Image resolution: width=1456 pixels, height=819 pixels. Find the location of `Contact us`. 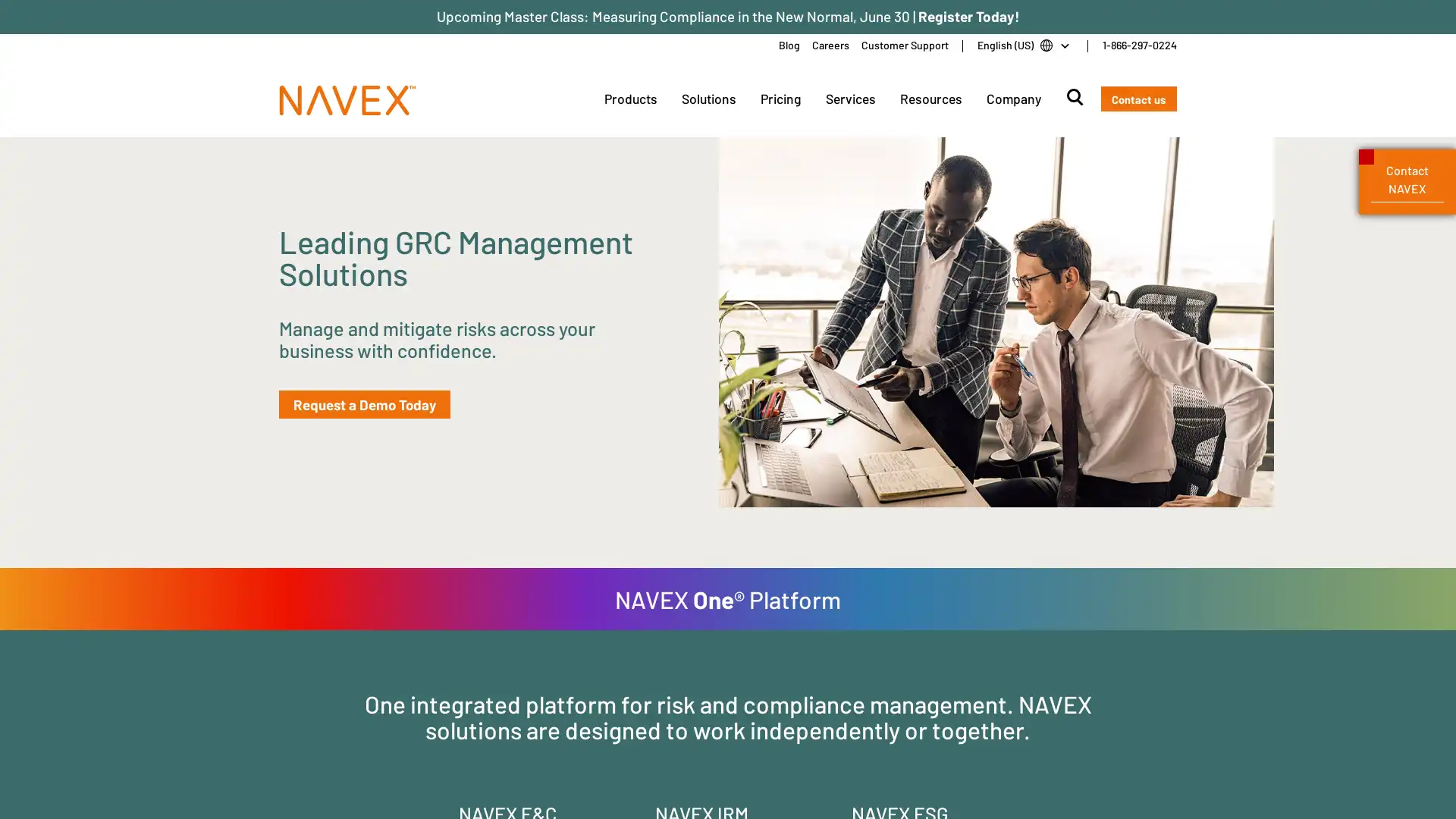

Contact us is located at coordinates (1138, 99).